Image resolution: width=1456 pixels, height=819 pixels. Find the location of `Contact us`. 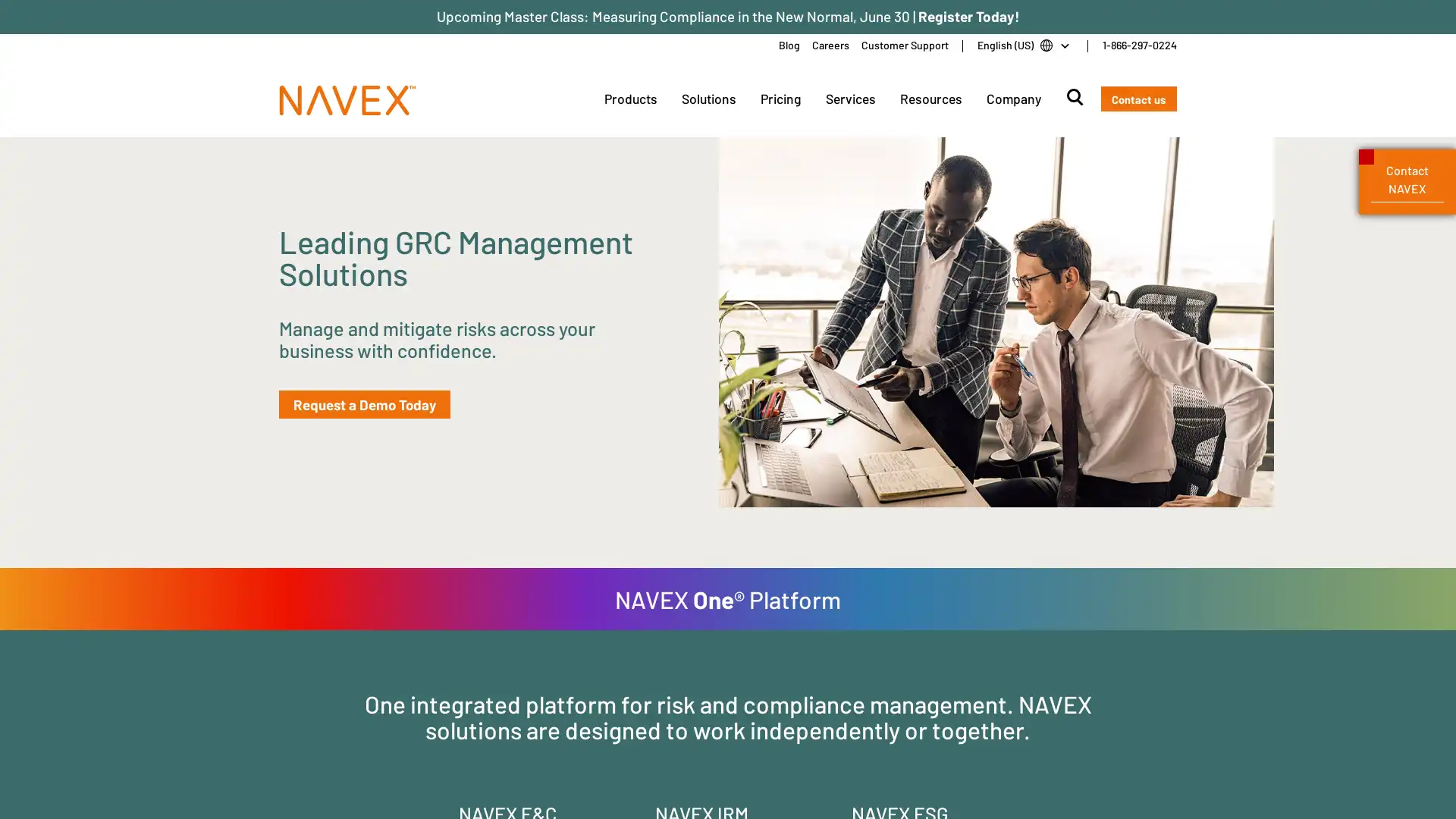

Contact us is located at coordinates (1138, 99).